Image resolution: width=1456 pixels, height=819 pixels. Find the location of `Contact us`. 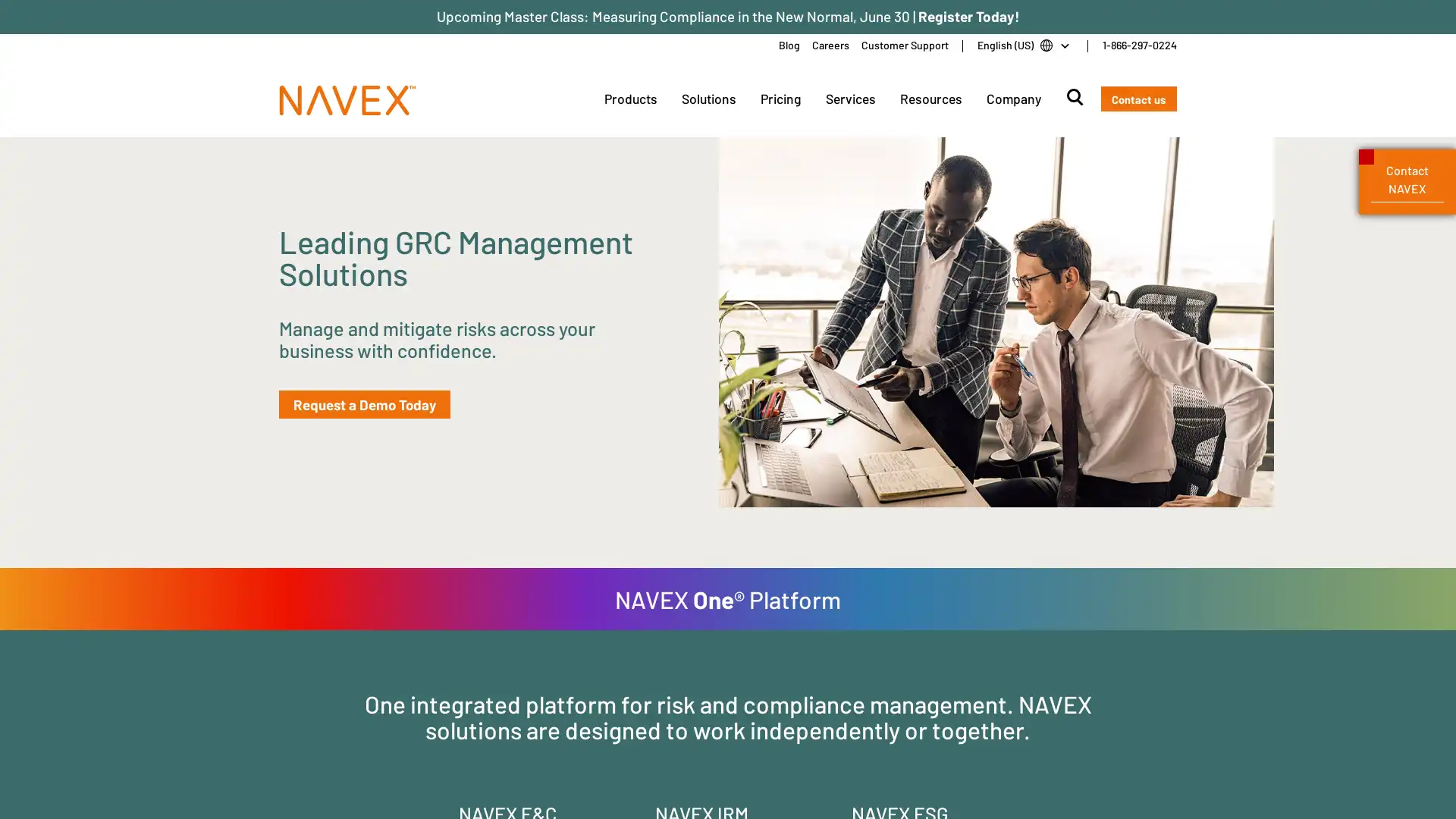

Contact us is located at coordinates (1138, 99).